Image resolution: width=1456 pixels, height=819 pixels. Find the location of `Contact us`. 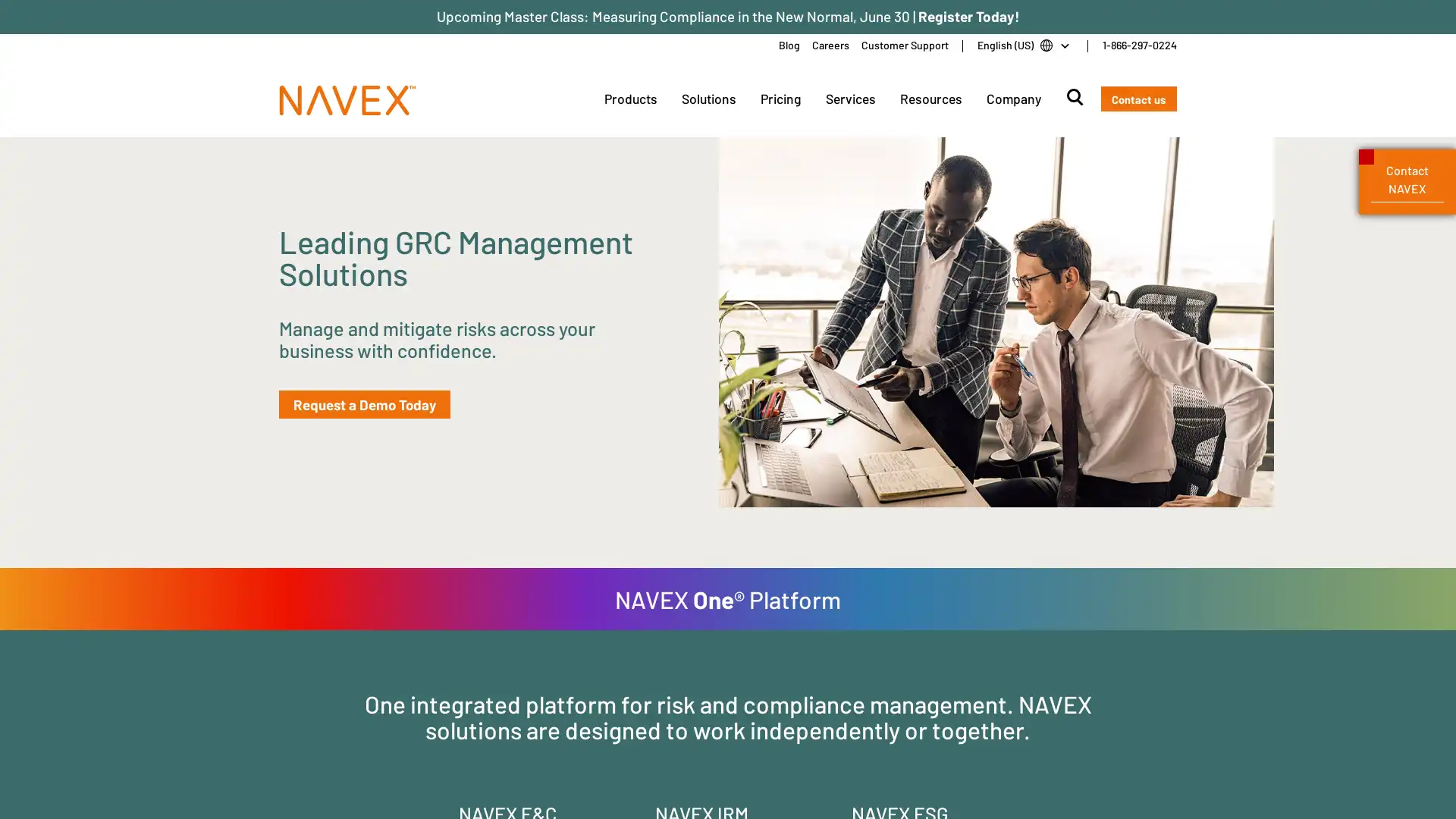

Contact us is located at coordinates (1138, 99).